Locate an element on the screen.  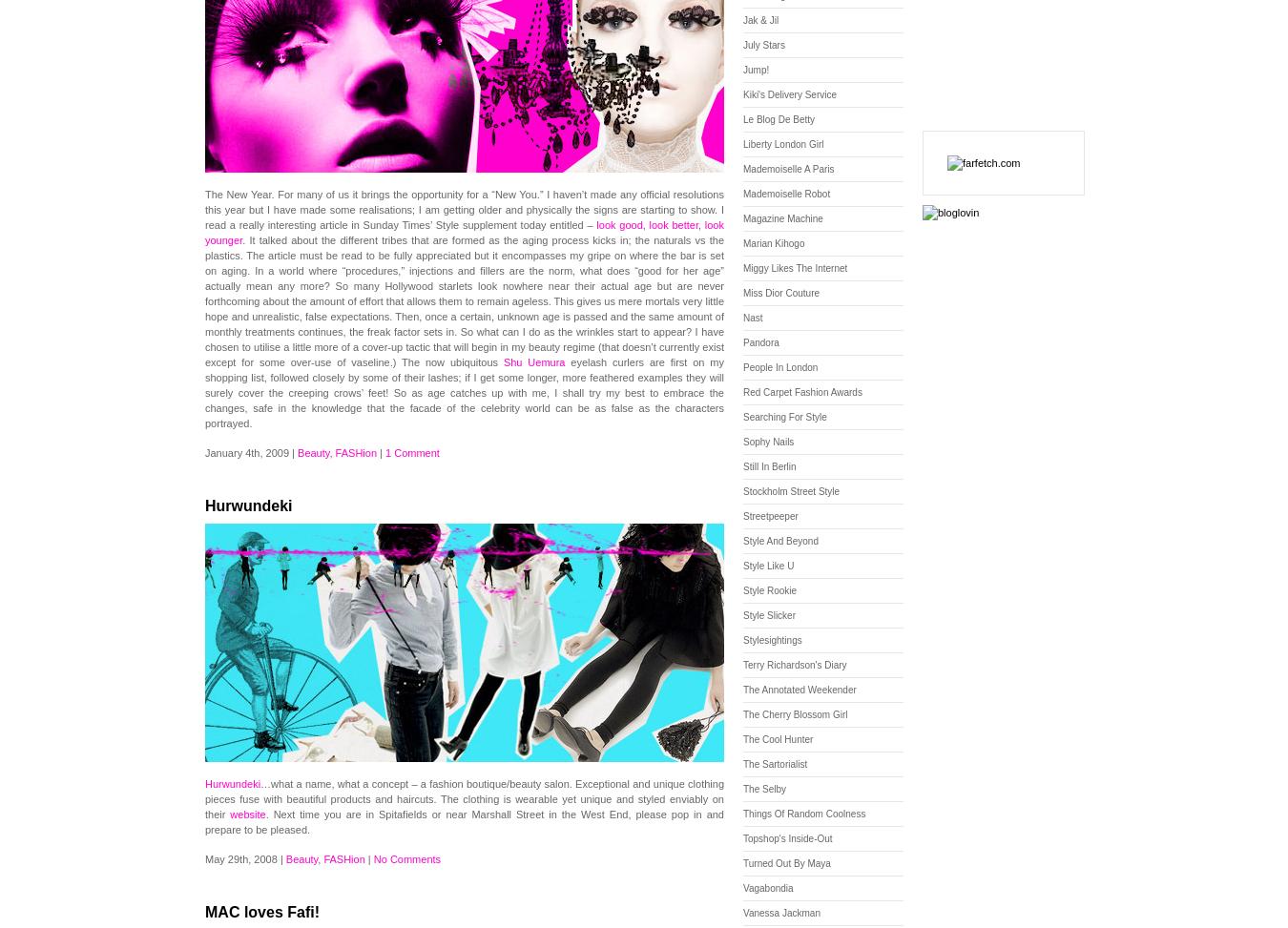
'Nast' is located at coordinates (752, 318).